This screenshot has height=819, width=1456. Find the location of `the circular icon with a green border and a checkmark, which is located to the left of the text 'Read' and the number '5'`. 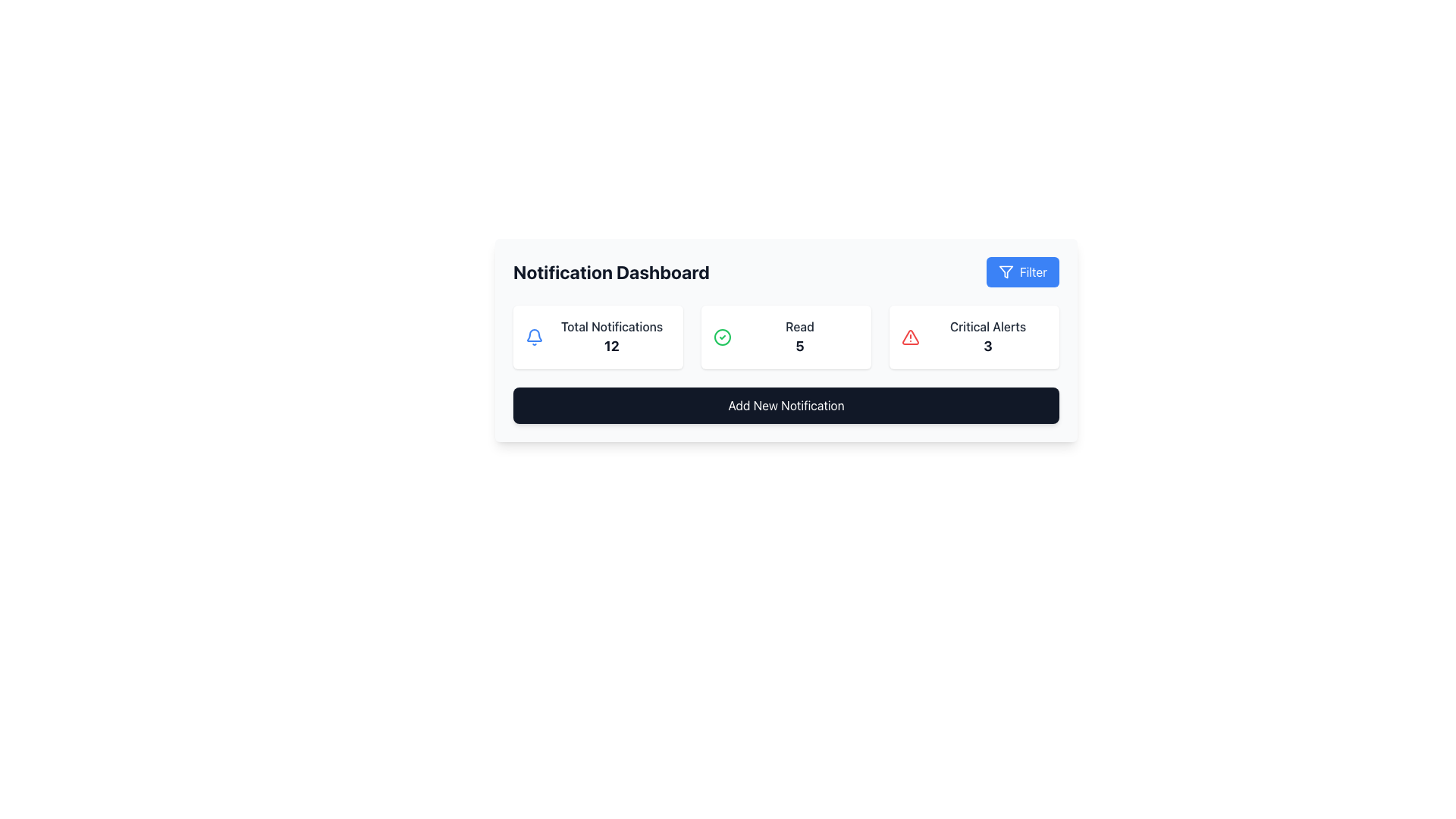

the circular icon with a green border and a checkmark, which is located to the left of the text 'Read' and the number '5' is located at coordinates (722, 336).